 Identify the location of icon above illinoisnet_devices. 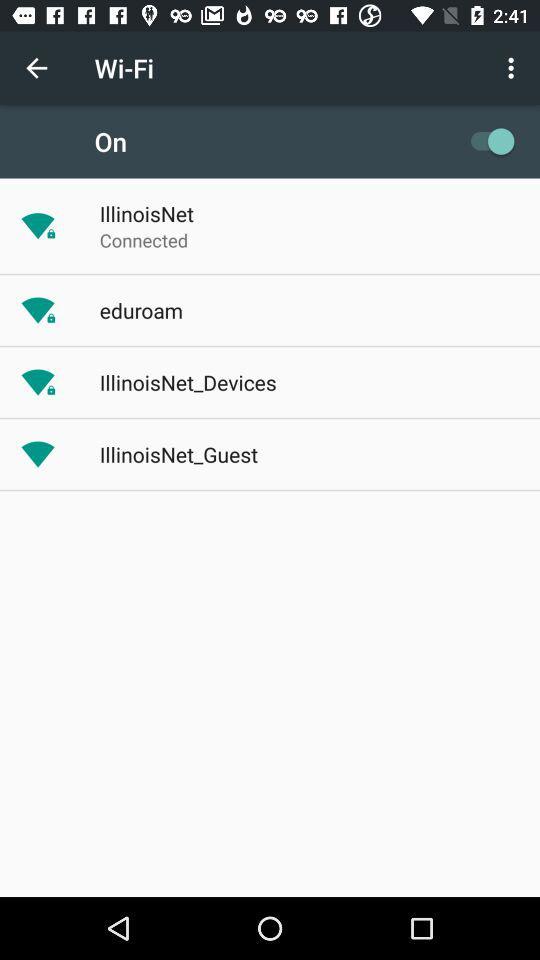
(140, 310).